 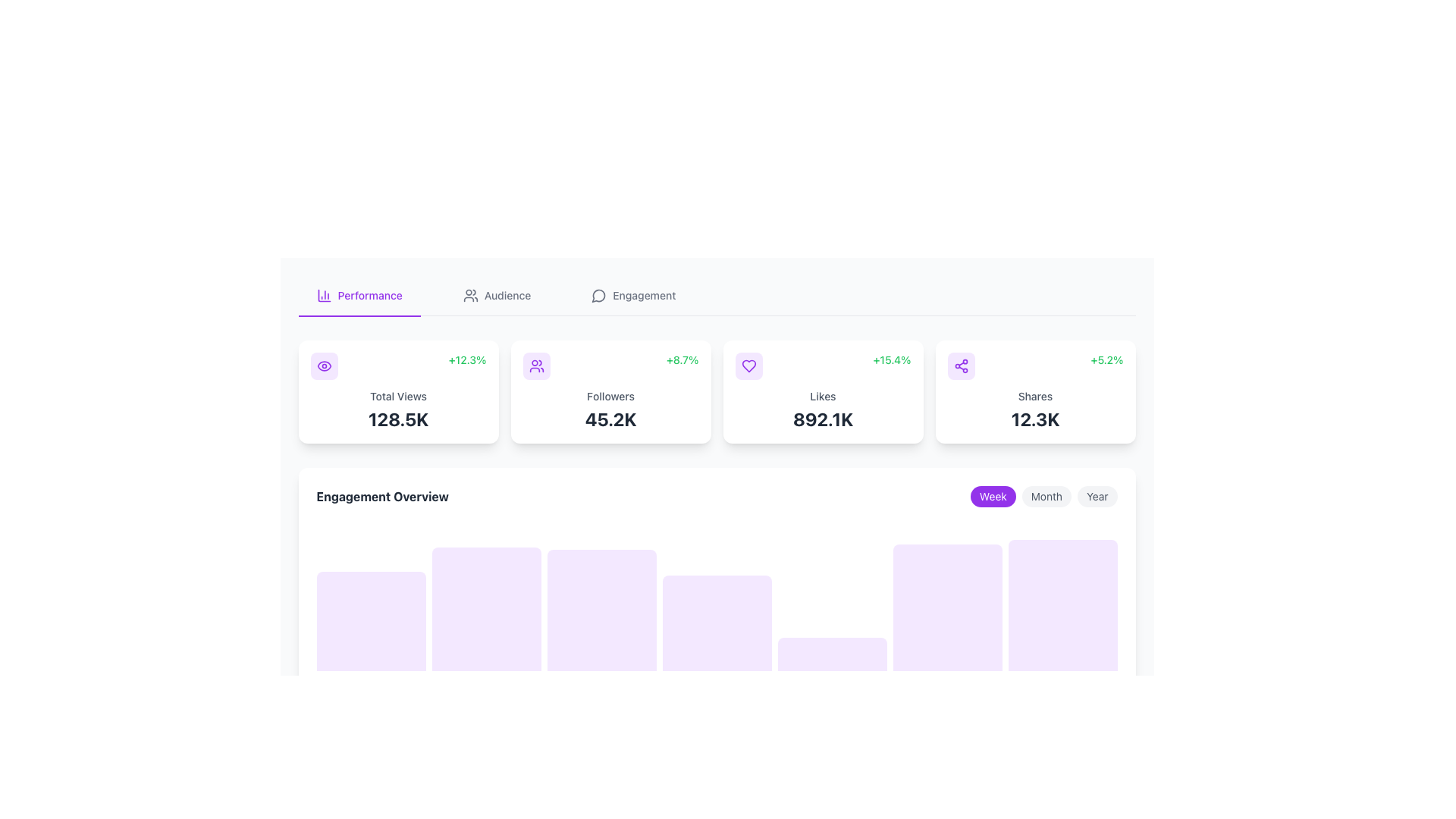 I want to click on the heart-shaped purple icon embedded in the 'Likes' card, which is the third card in a row of four summary cards displaying engagement metrics, so click(x=748, y=366).